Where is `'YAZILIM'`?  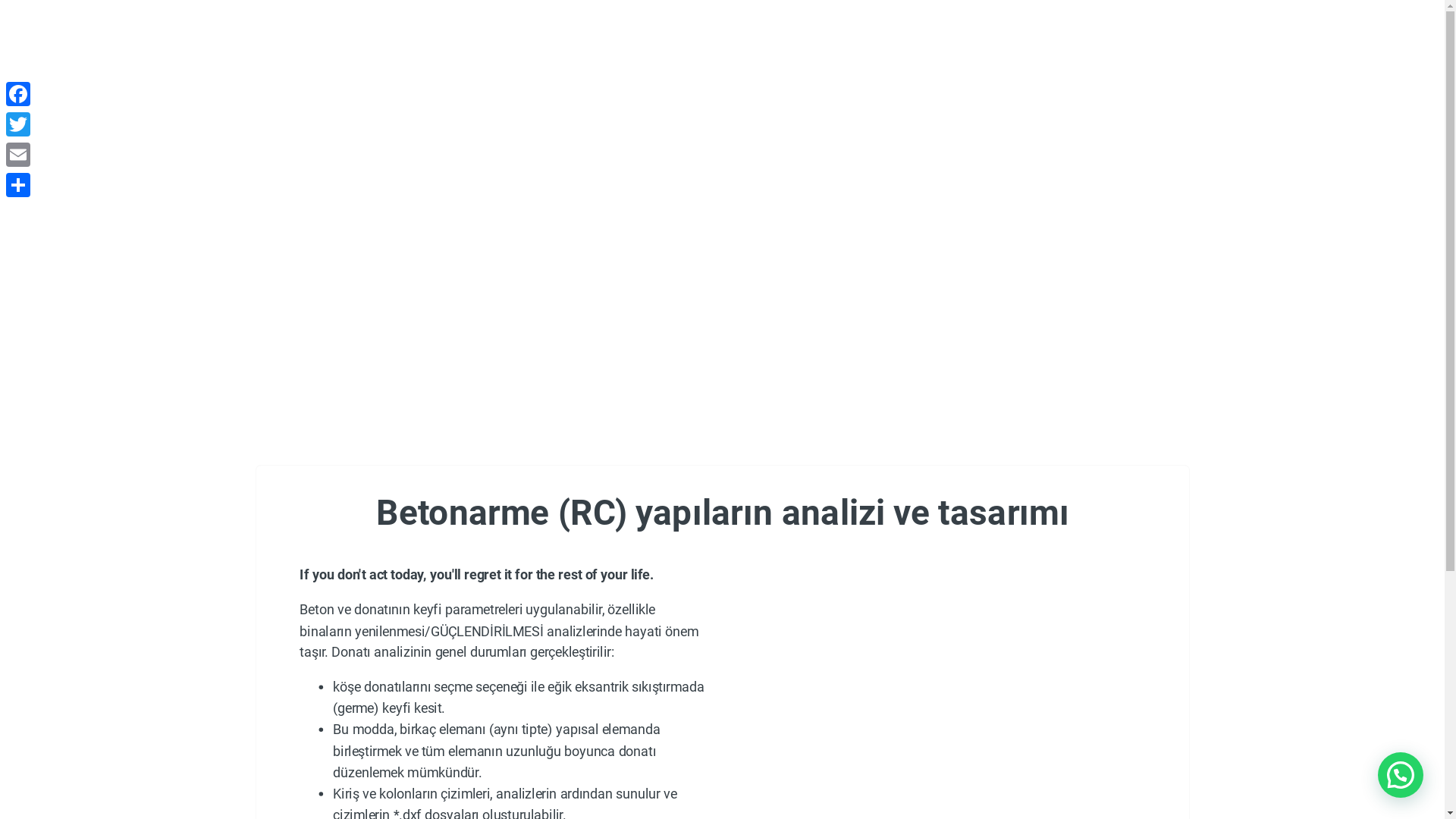
'YAZILIM' is located at coordinates (312, 62).